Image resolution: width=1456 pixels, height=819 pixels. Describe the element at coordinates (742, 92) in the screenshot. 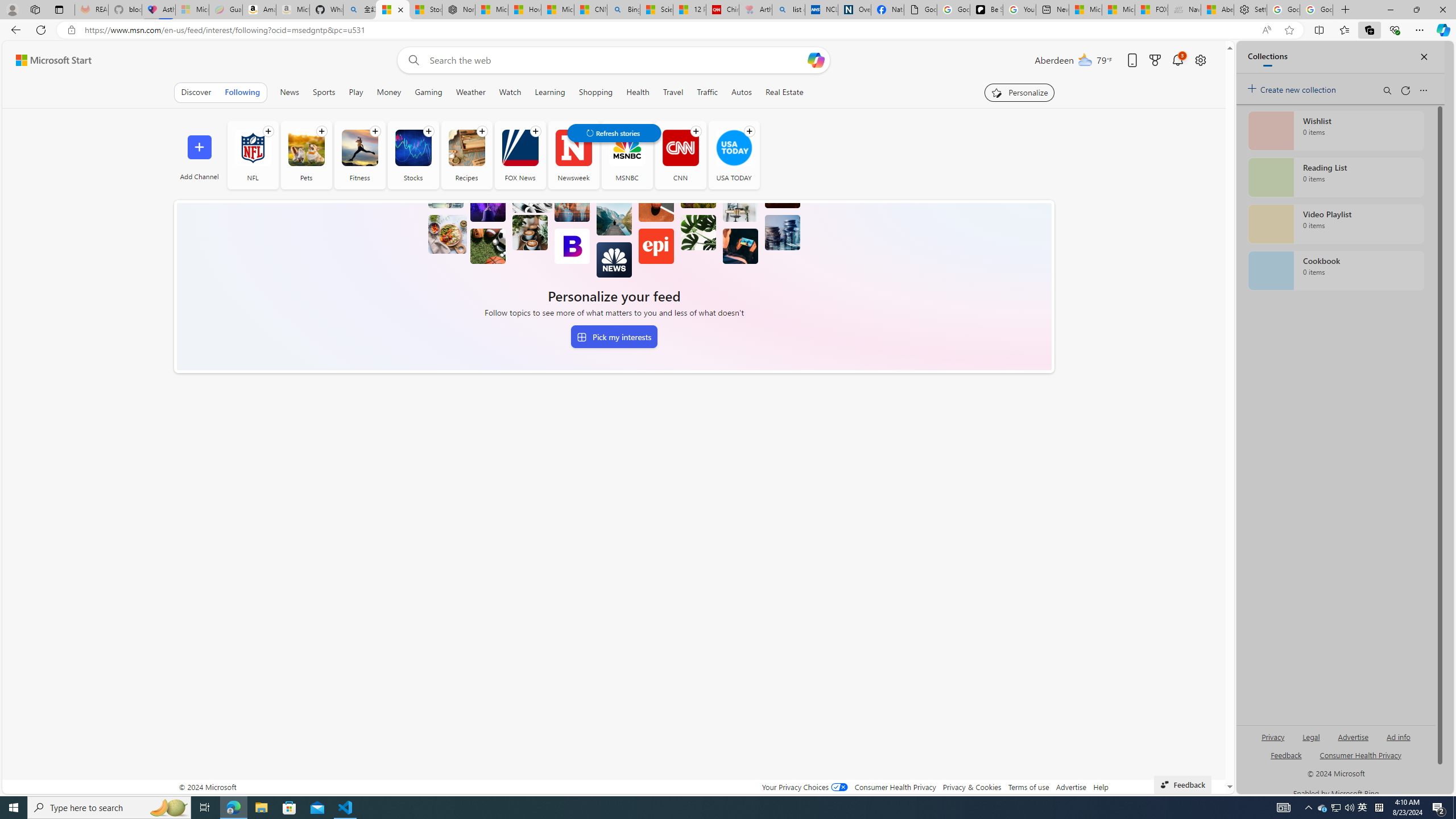

I see `'Autos'` at that location.